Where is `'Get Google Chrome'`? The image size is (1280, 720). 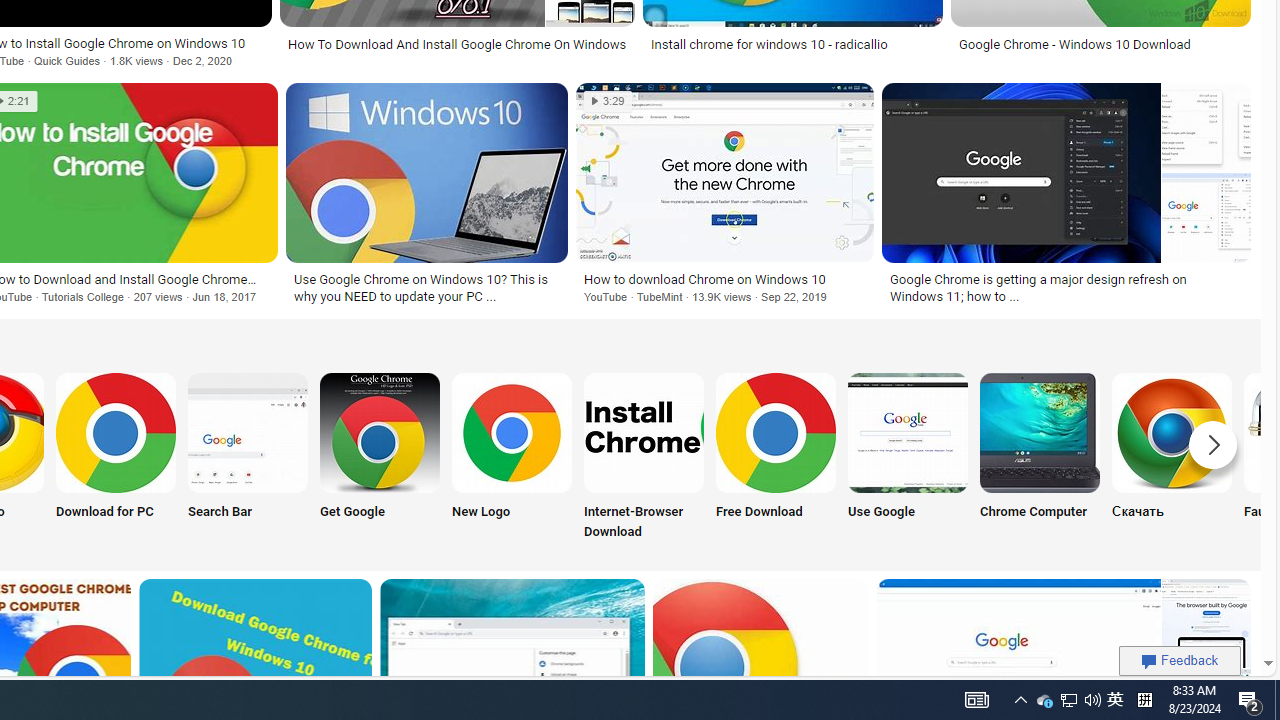
'Get Google Chrome' is located at coordinates (380, 431).